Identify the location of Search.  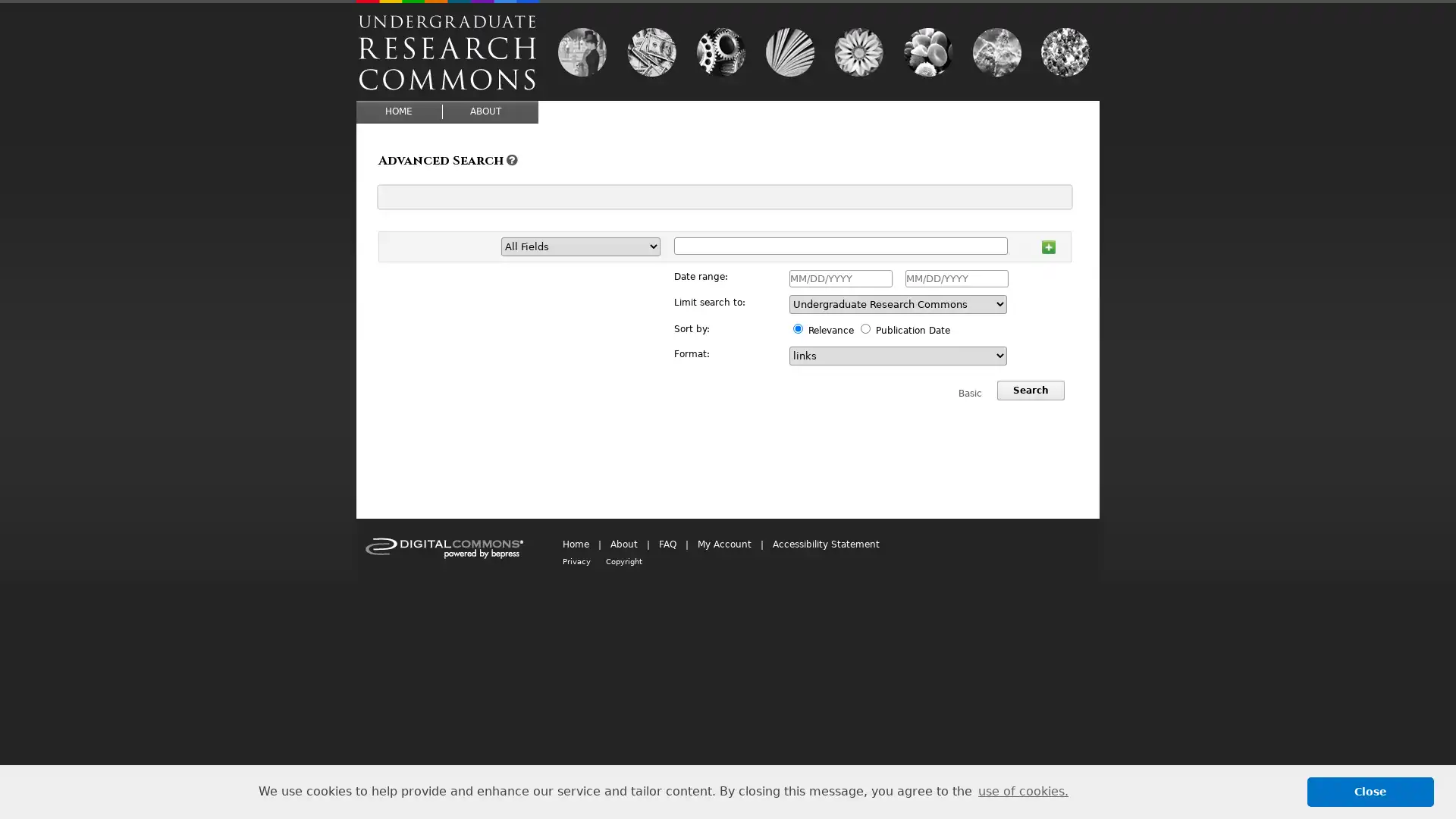
(1030, 390).